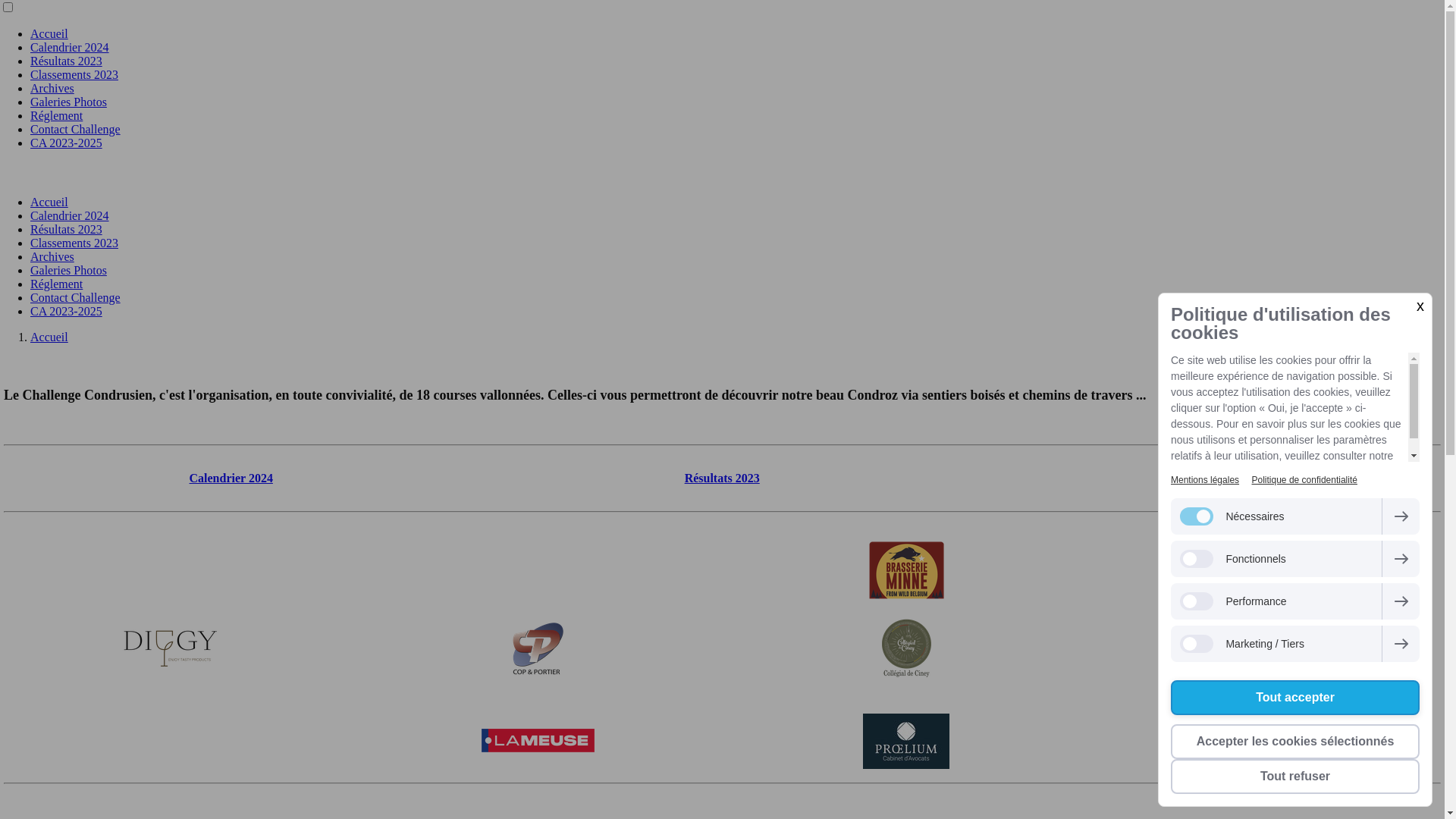 The image size is (1456, 819). I want to click on 'Tout accepter', so click(1170, 698).